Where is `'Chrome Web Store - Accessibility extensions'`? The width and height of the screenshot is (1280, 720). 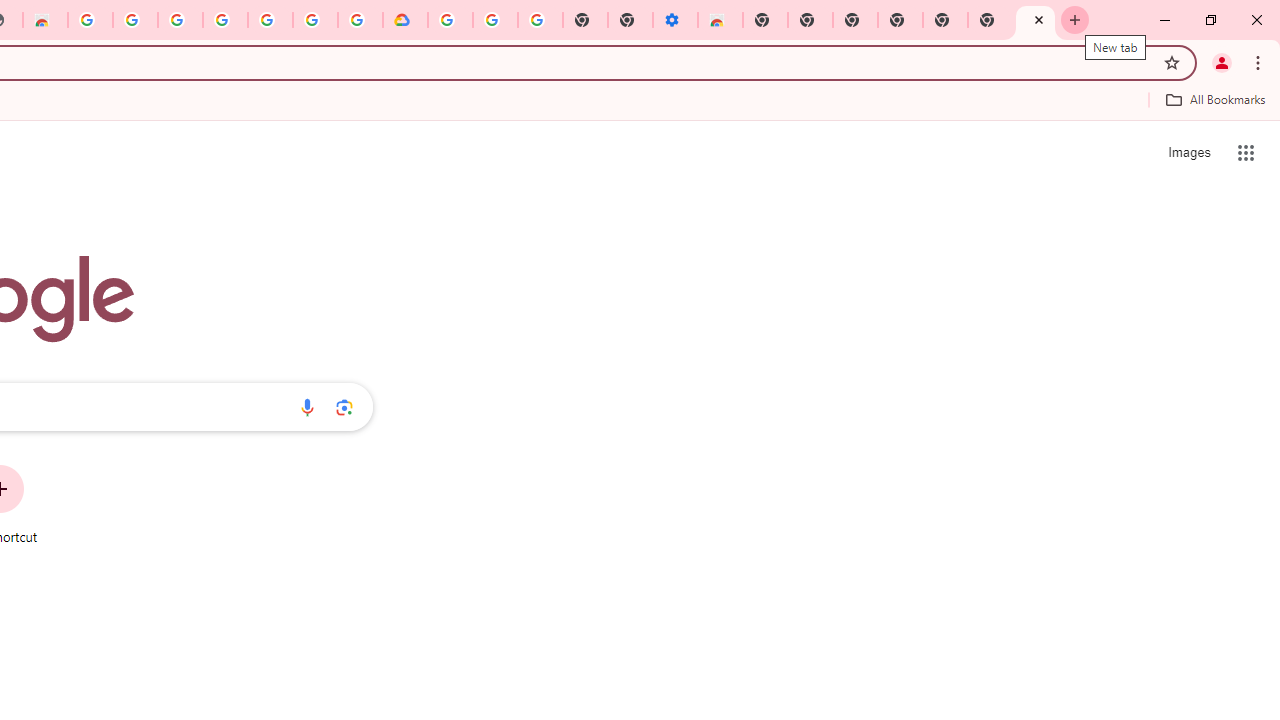
'Chrome Web Store - Accessibility extensions' is located at coordinates (720, 20).